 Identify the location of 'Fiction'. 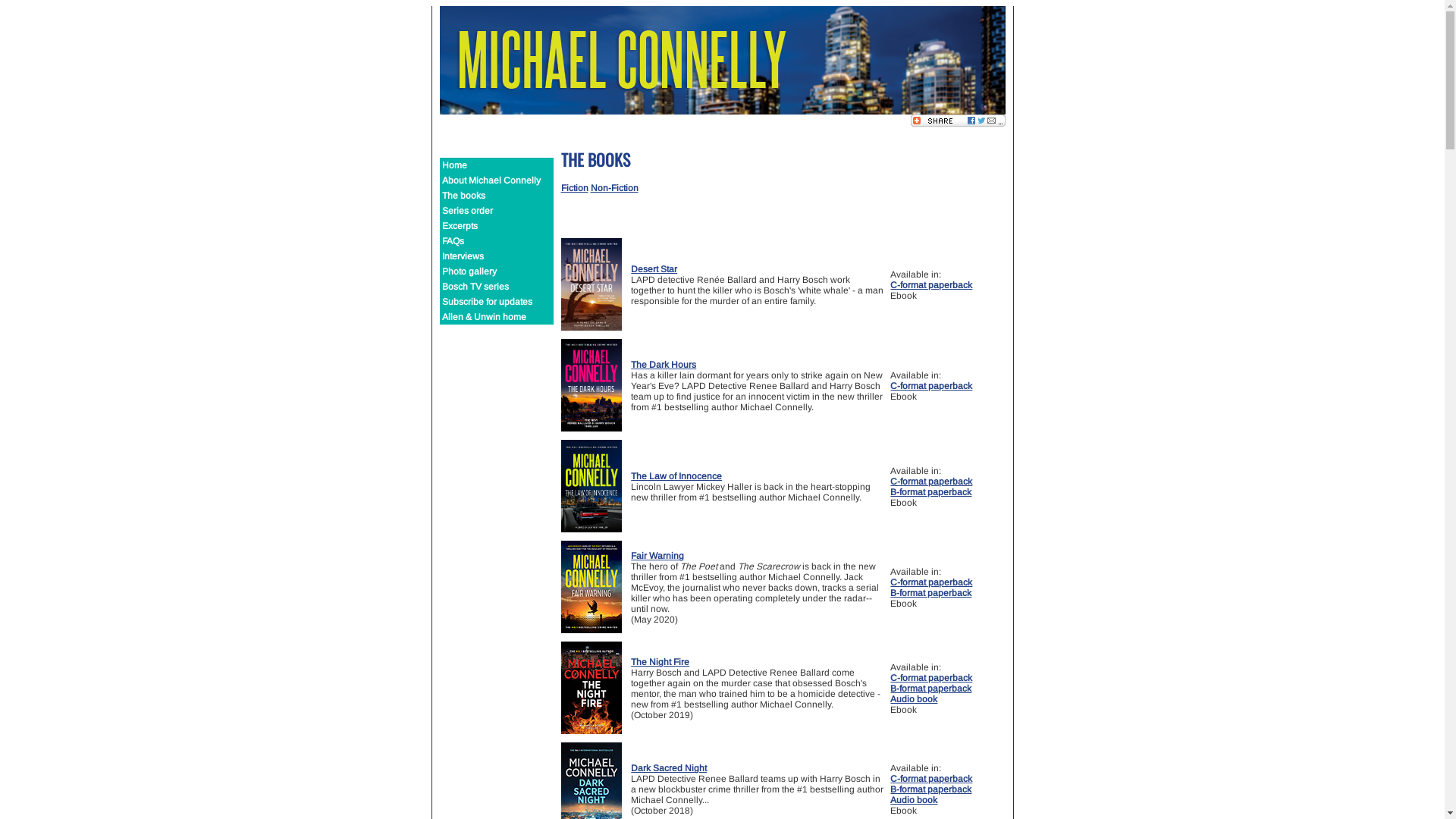
(574, 187).